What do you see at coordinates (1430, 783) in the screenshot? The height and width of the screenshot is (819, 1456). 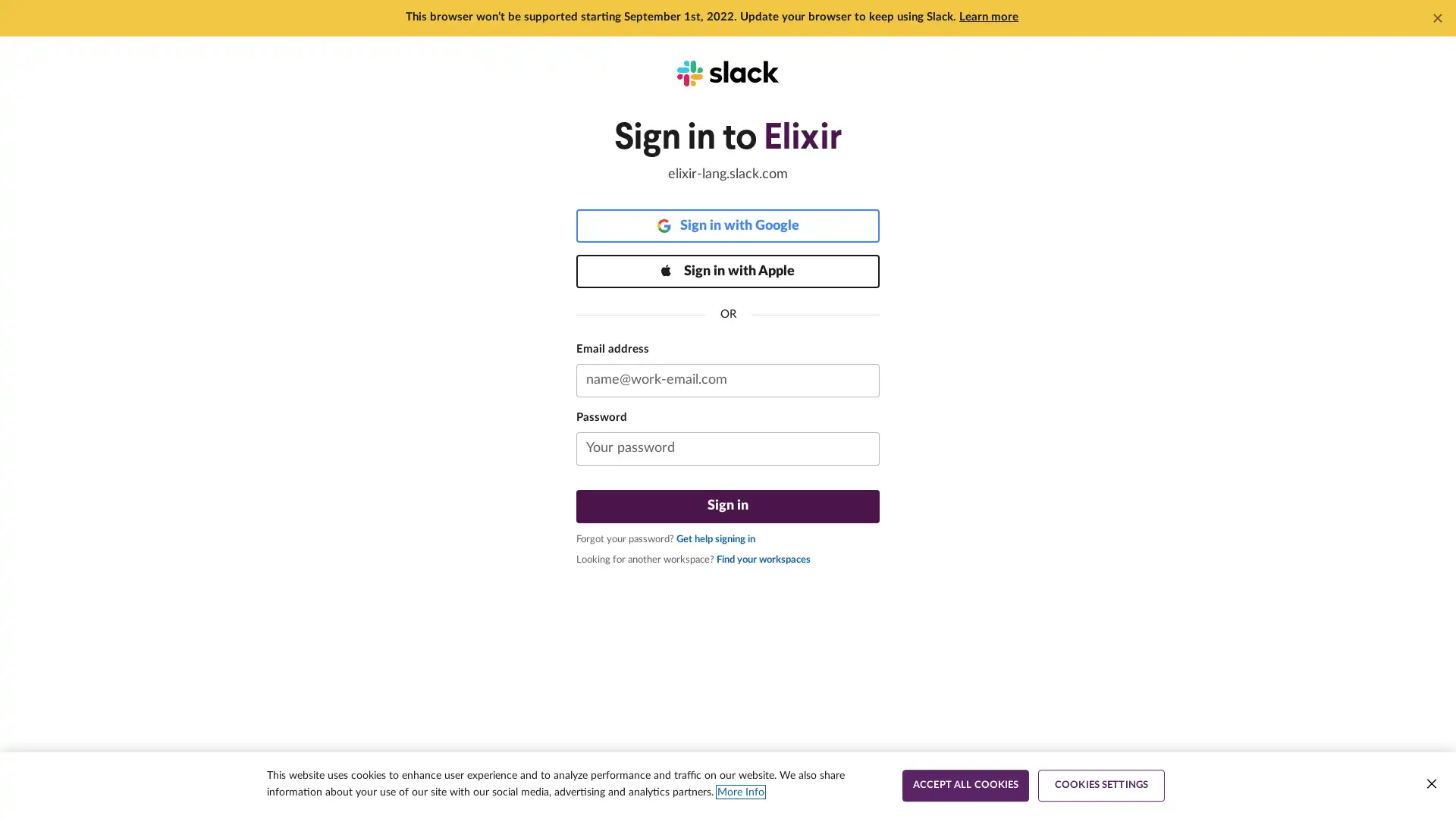 I see `Close` at bounding box center [1430, 783].